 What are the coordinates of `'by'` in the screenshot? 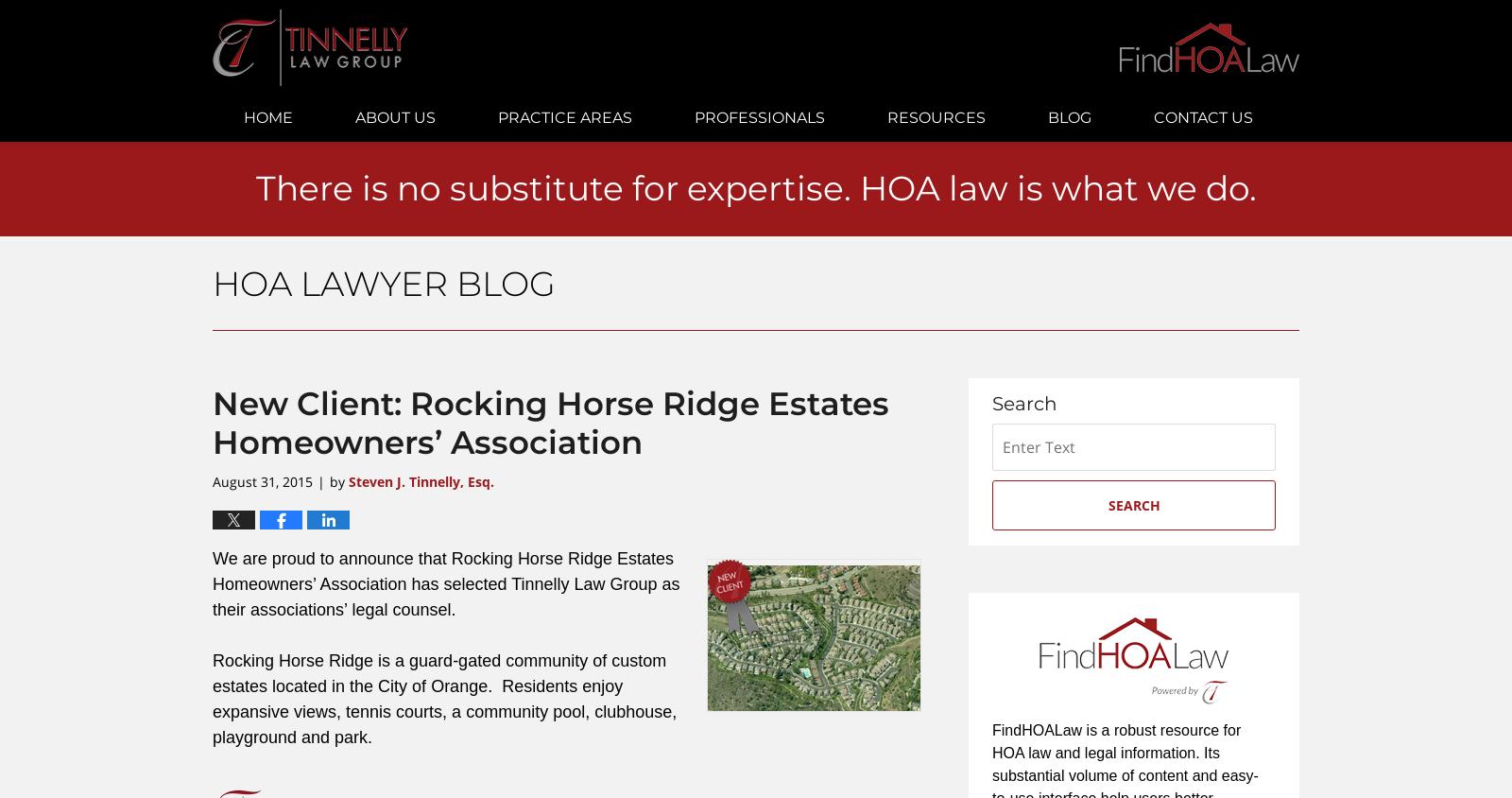 It's located at (329, 480).